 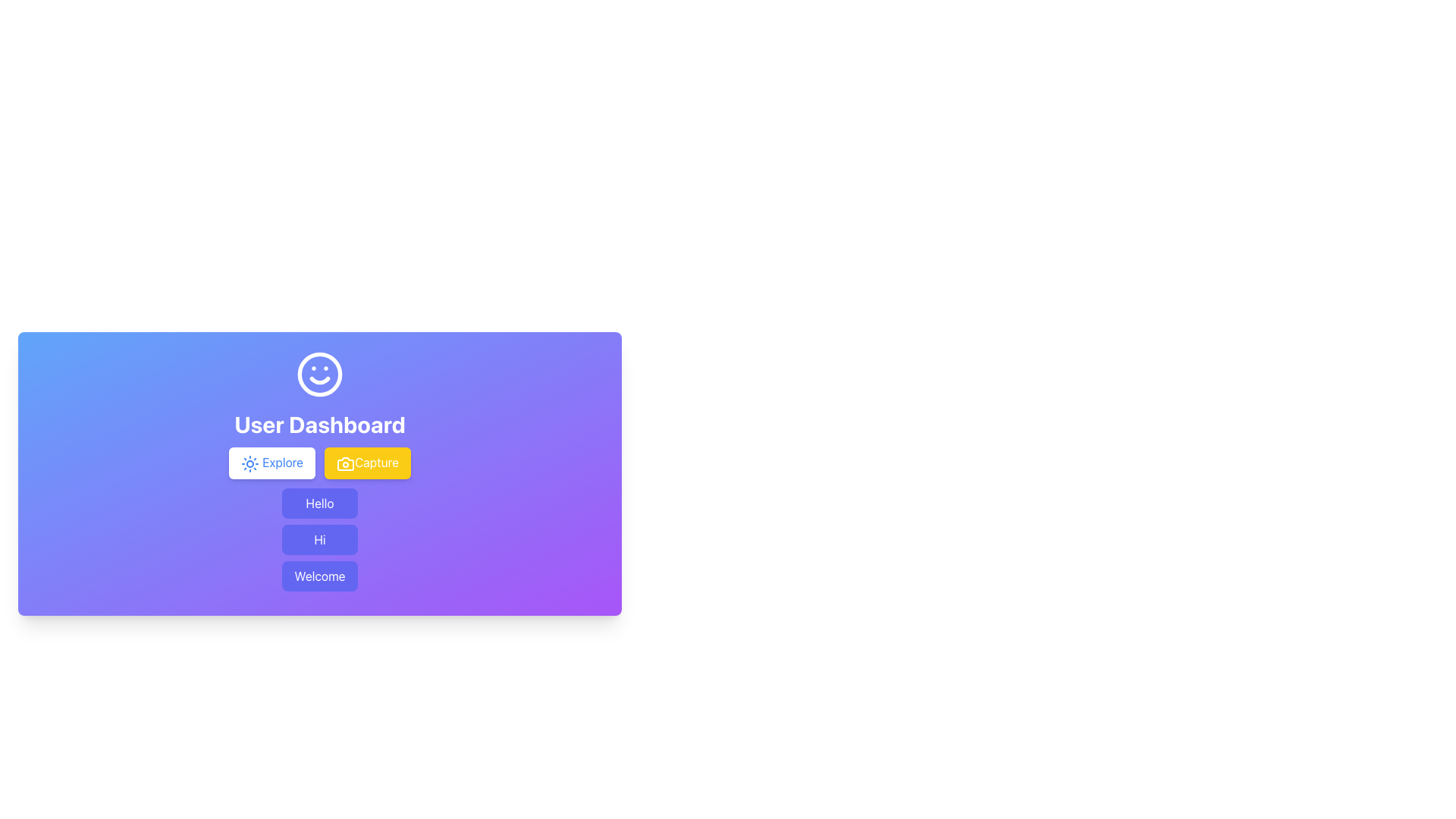 I want to click on the camera icon within the 'Capture' button, which indicates the action of taking or capturing an image, so click(x=345, y=463).